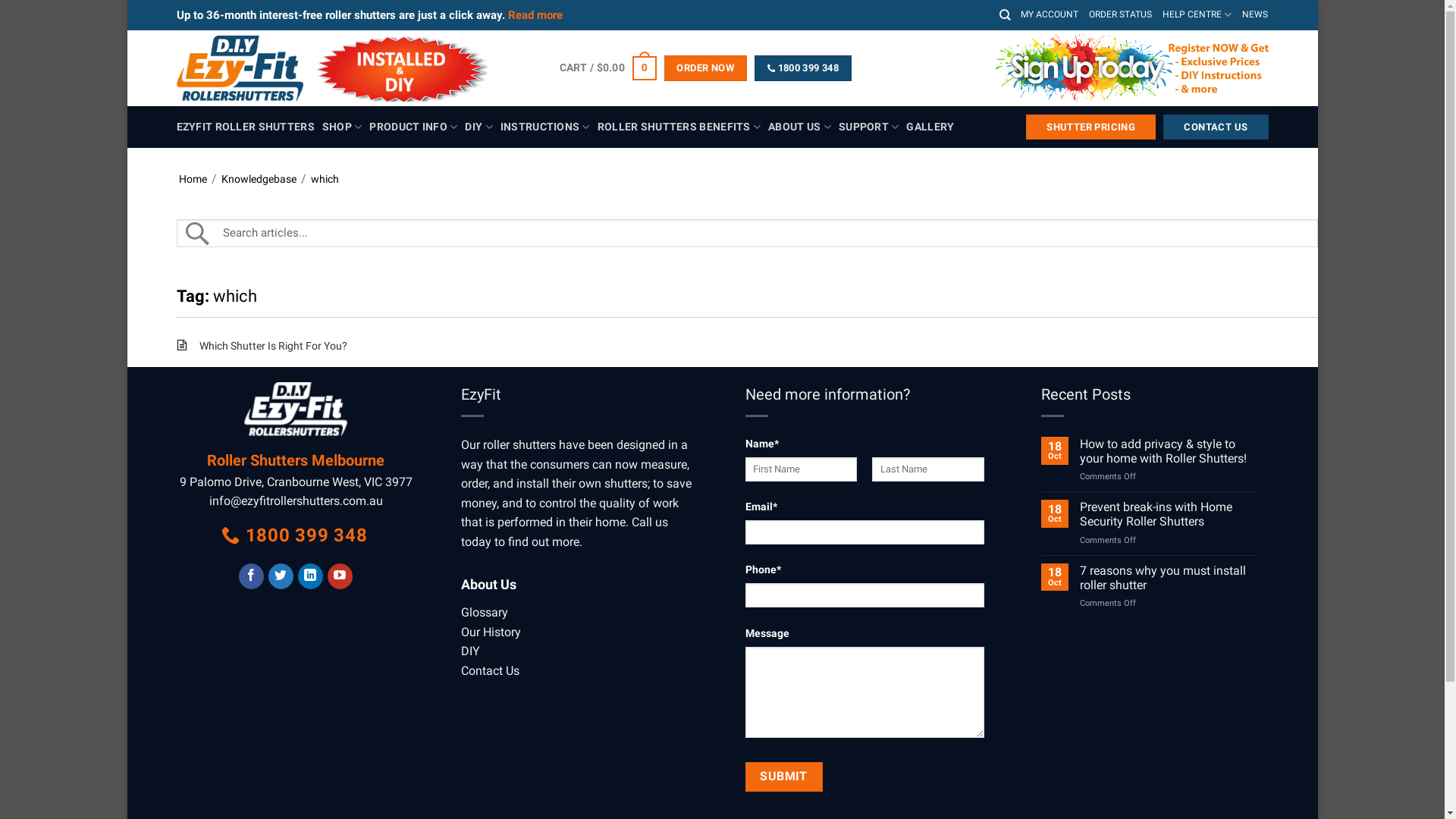  Describe the element at coordinates (238, 576) in the screenshot. I see `'Follow on Facebook'` at that location.